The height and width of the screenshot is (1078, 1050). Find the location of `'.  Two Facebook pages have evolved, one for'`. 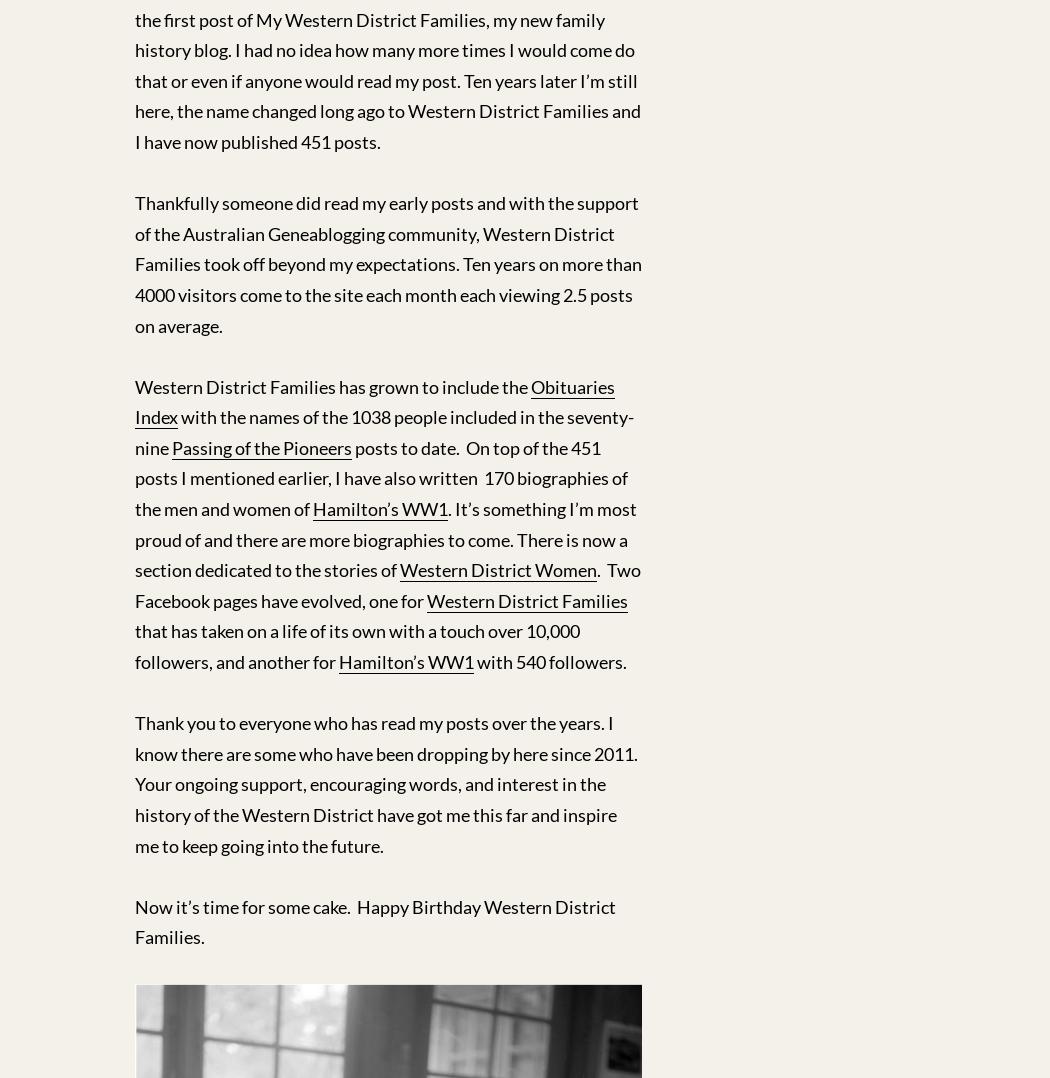

'.  Two Facebook pages have evolved, one for' is located at coordinates (134, 585).